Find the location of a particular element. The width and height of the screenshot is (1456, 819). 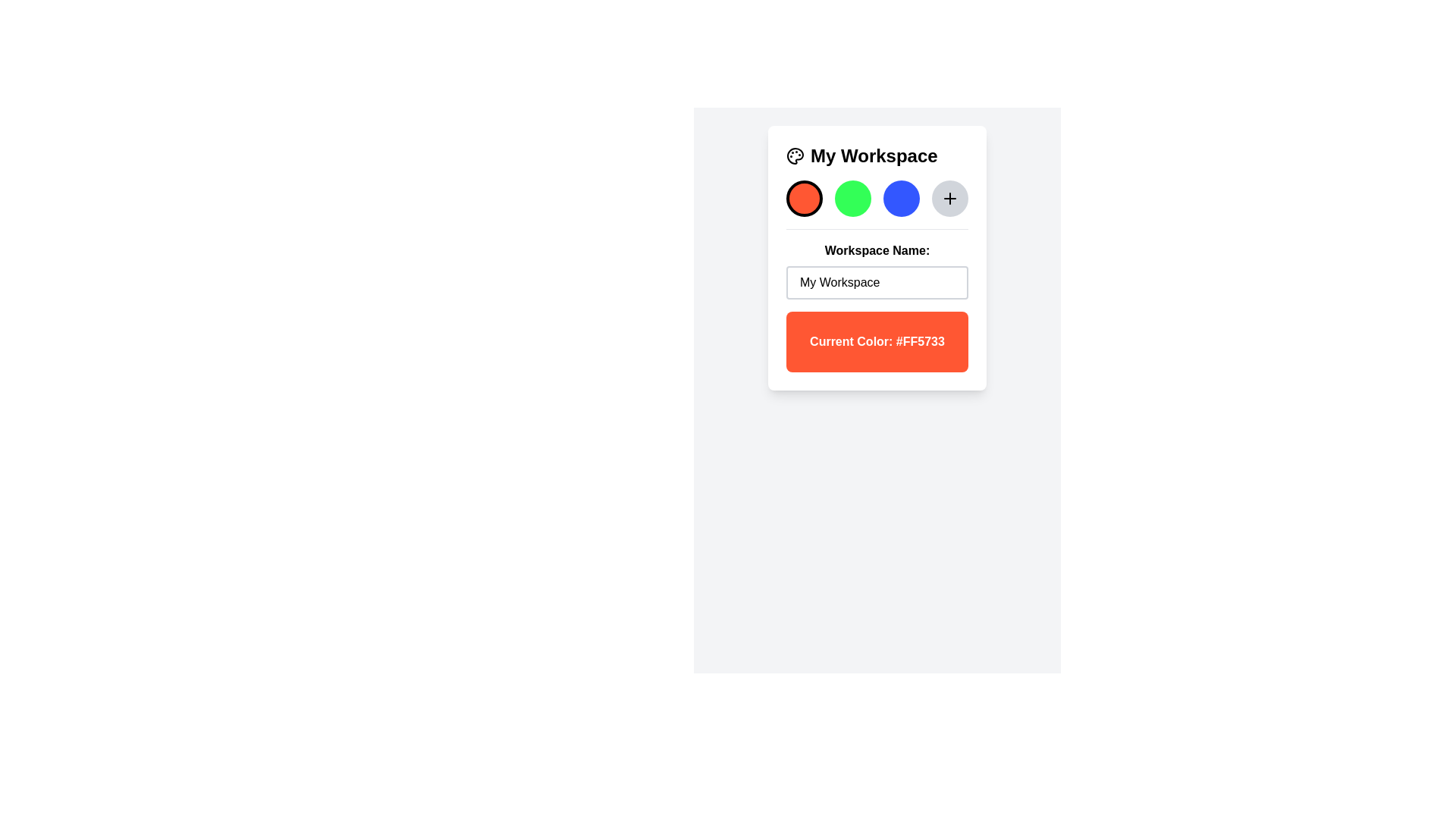

the Text Display Block that shows the currently selected color is located at coordinates (877, 342).